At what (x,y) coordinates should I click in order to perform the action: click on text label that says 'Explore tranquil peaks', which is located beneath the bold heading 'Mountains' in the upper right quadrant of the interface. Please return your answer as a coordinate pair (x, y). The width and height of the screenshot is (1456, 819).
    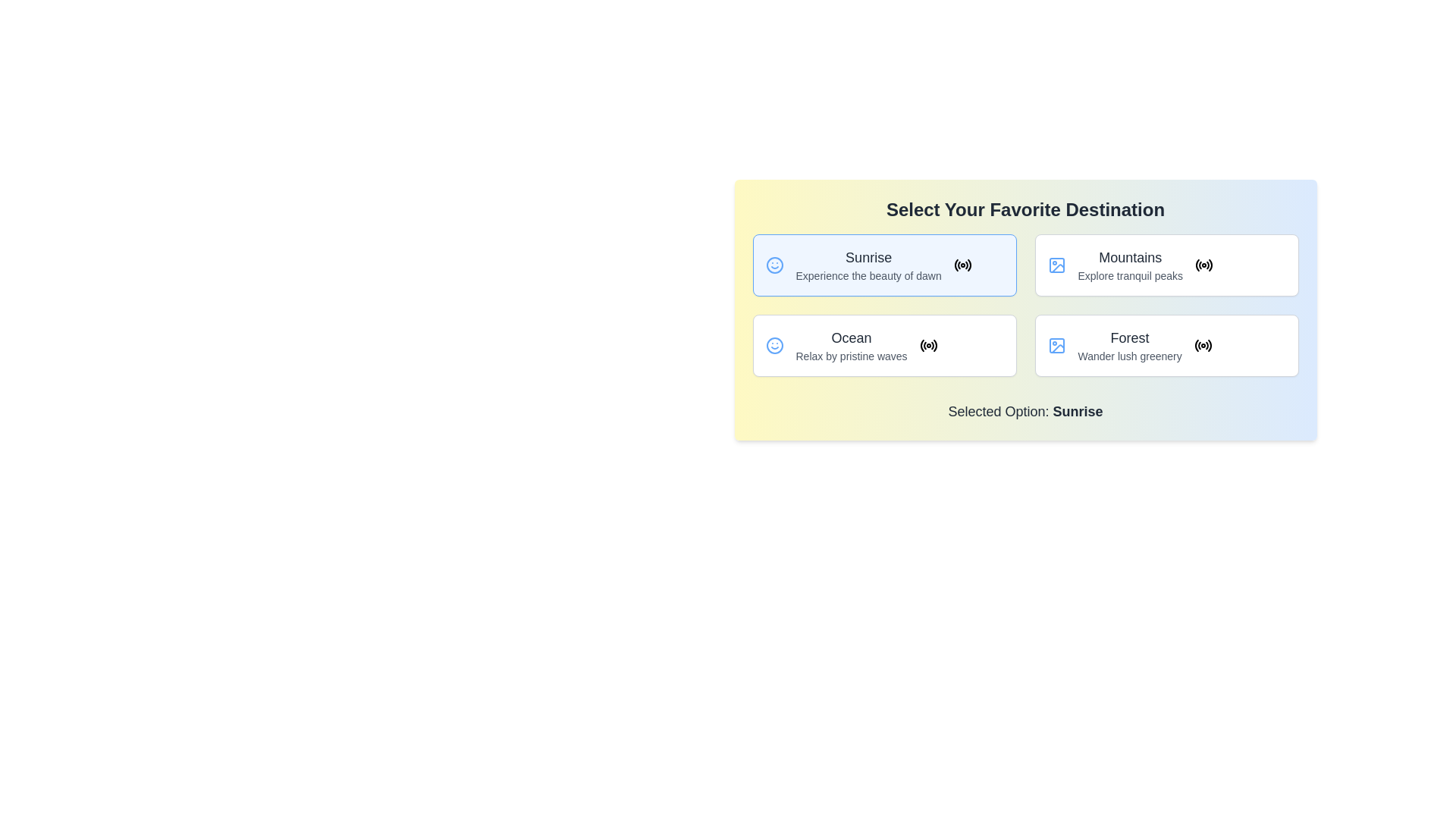
    Looking at the image, I should click on (1130, 275).